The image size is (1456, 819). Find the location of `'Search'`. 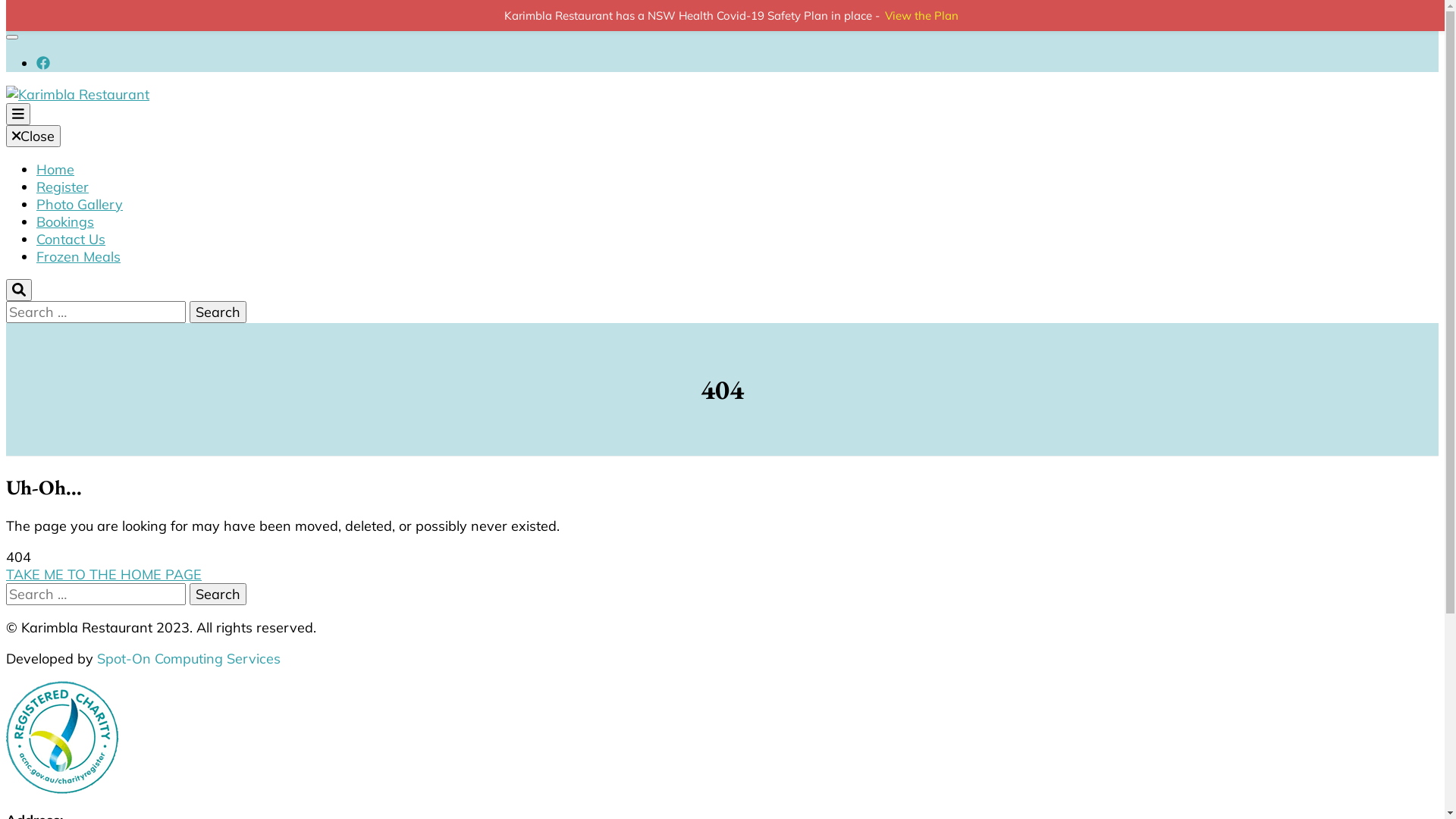

'Search' is located at coordinates (217, 593).